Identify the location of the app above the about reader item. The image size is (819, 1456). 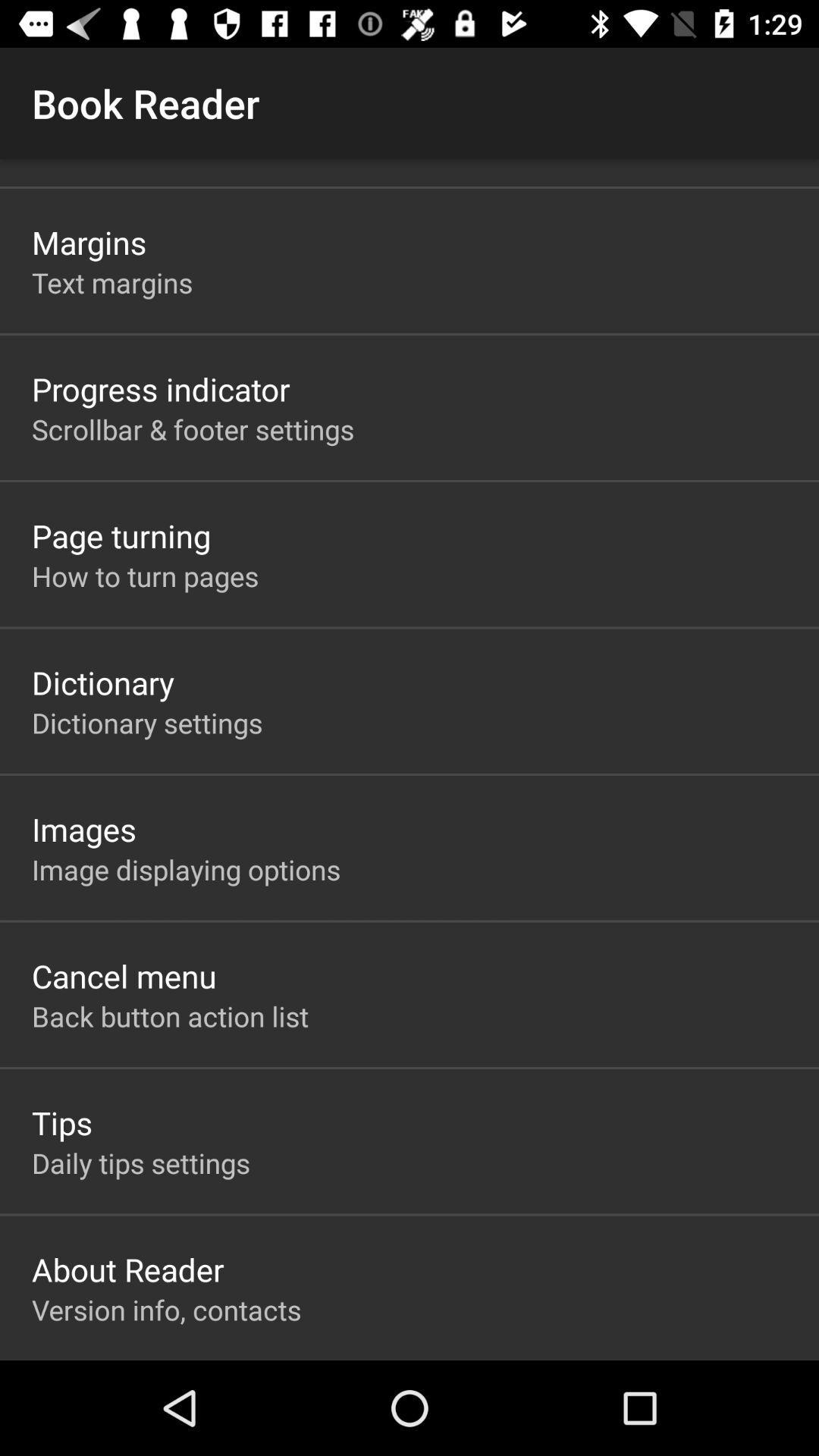
(140, 1162).